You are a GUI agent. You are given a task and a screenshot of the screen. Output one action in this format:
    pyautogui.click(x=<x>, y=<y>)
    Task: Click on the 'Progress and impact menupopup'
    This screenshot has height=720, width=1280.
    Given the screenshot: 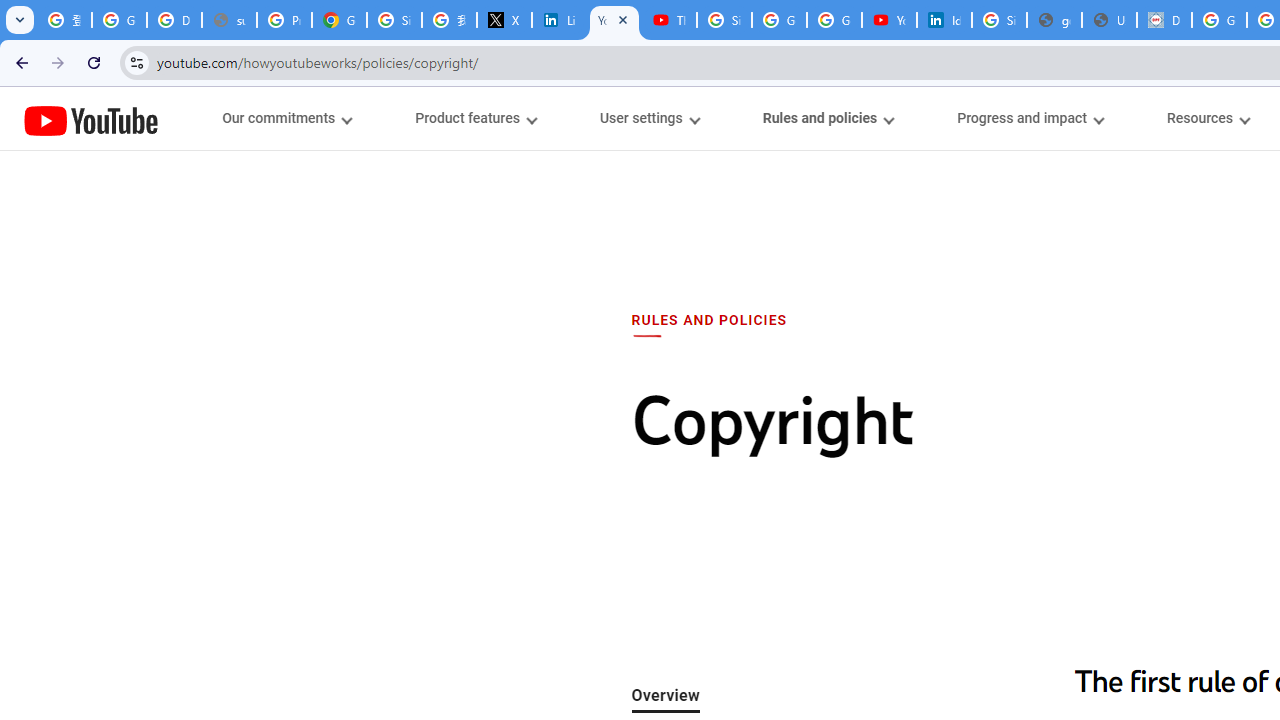 What is the action you would take?
    pyautogui.click(x=1030, y=118)
    